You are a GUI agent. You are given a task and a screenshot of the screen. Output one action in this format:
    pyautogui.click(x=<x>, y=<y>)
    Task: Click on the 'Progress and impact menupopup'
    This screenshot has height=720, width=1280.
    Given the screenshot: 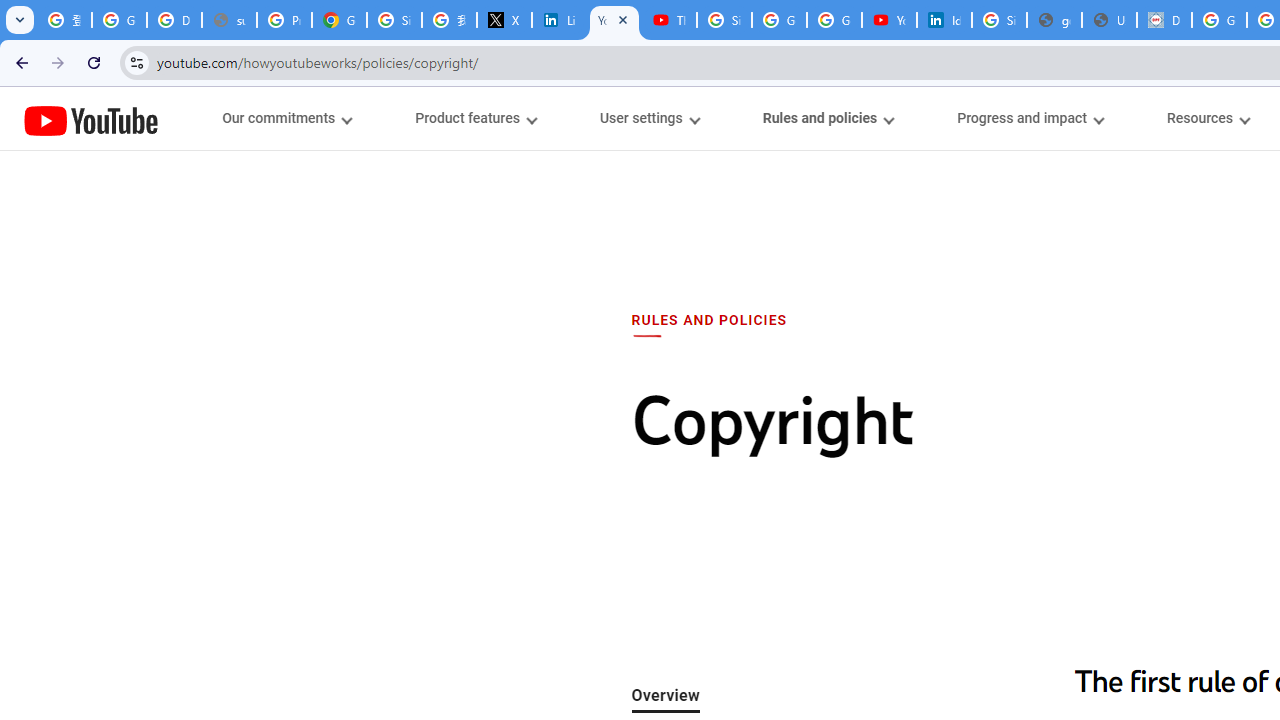 What is the action you would take?
    pyautogui.click(x=1030, y=118)
    